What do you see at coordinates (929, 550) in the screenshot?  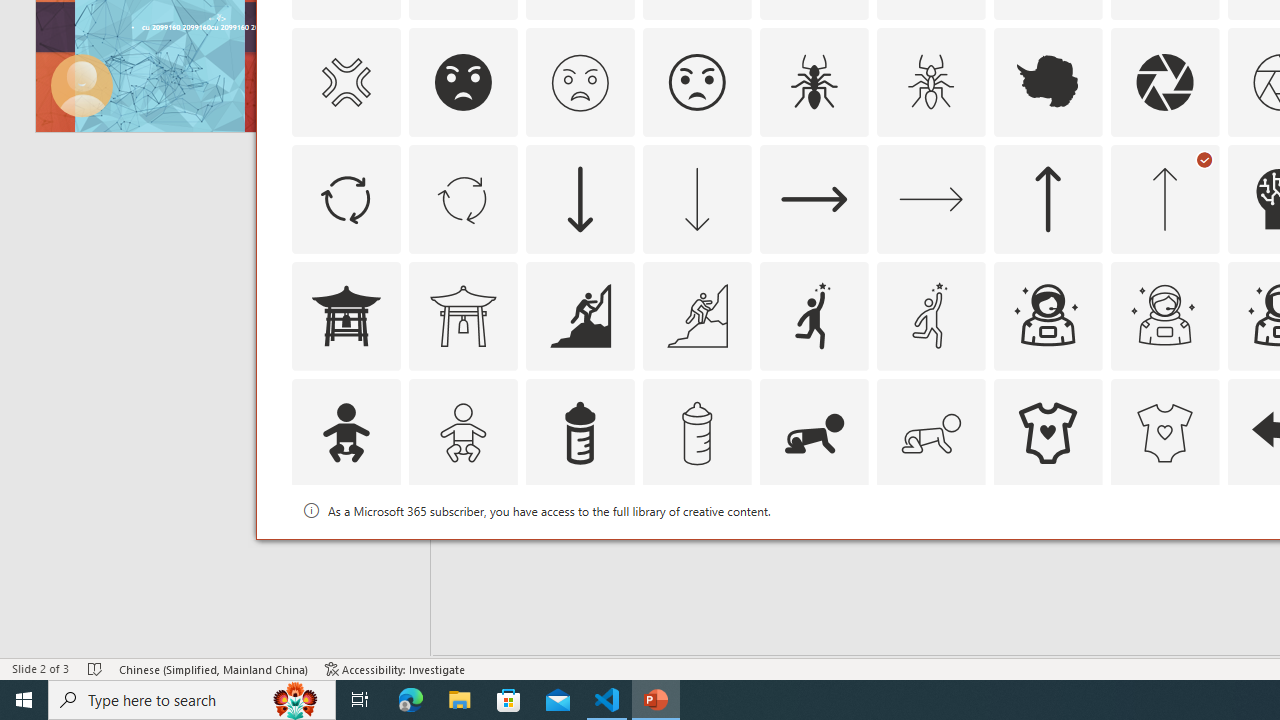 I see `'AutomationID: Icons_Badge4'` at bounding box center [929, 550].